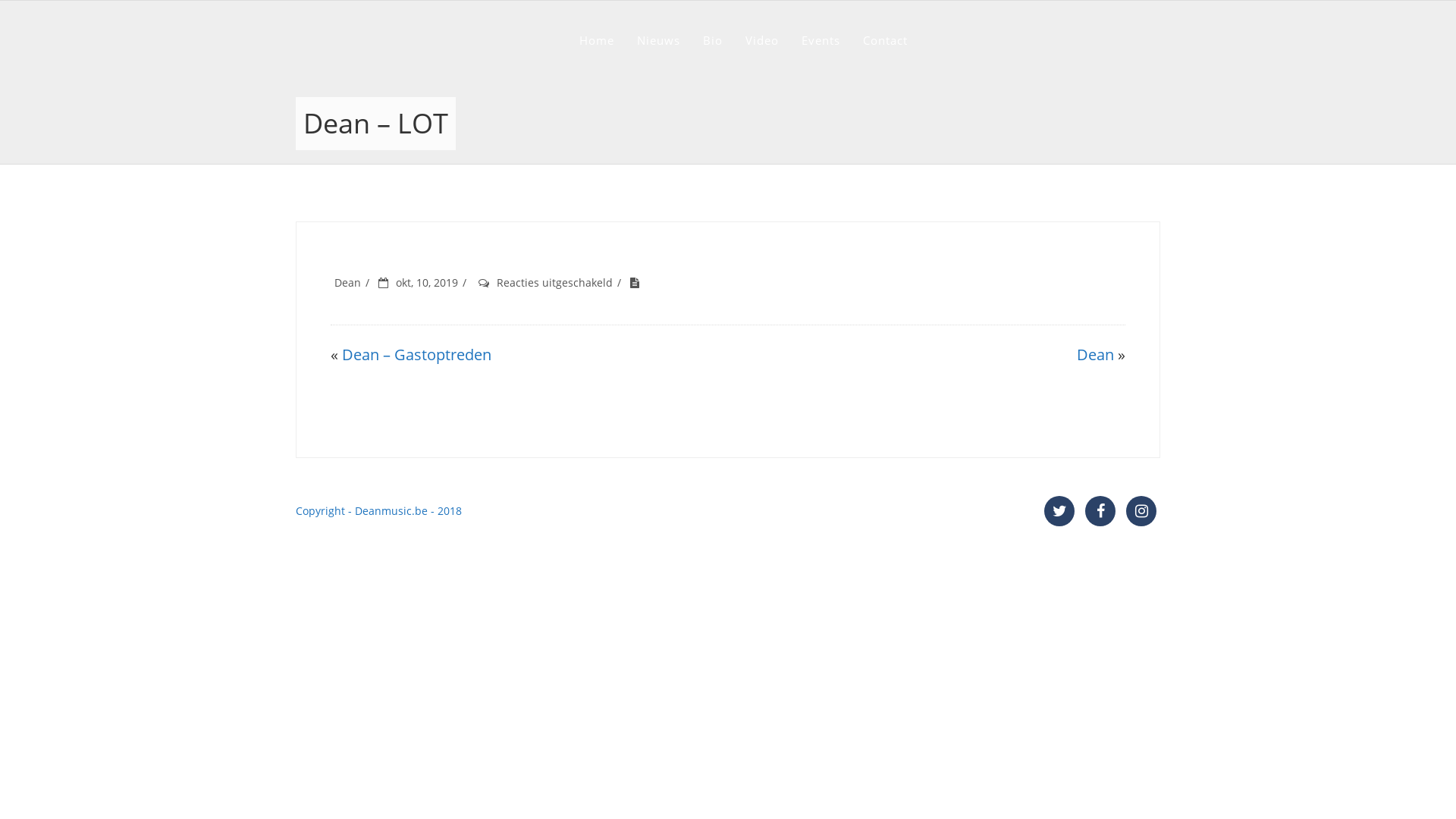  What do you see at coordinates (761, 39) in the screenshot?
I see `'Video'` at bounding box center [761, 39].